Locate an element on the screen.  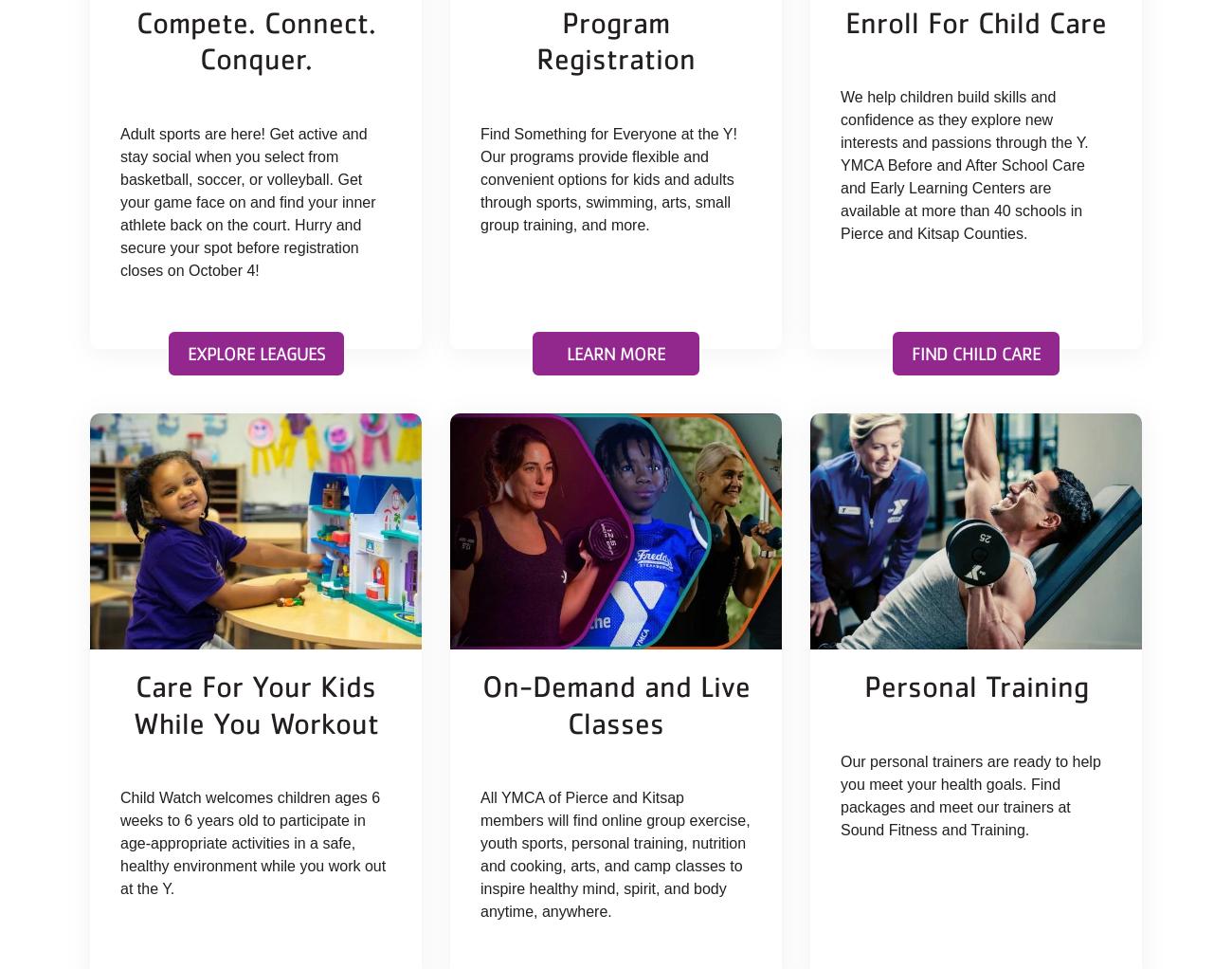
'Find Child Care' is located at coordinates (974, 352).